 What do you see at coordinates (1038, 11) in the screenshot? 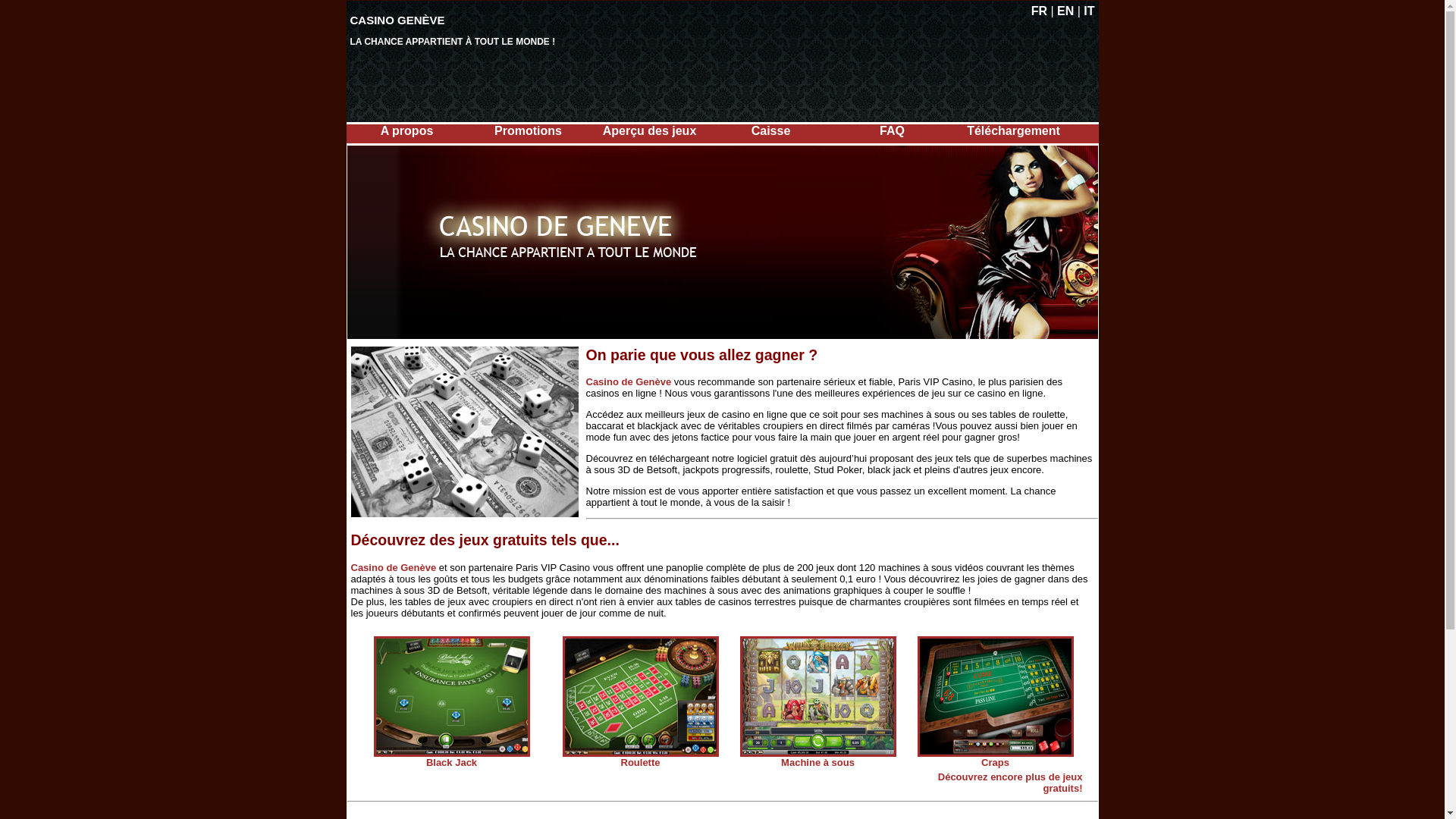
I see `'FR'` at bounding box center [1038, 11].